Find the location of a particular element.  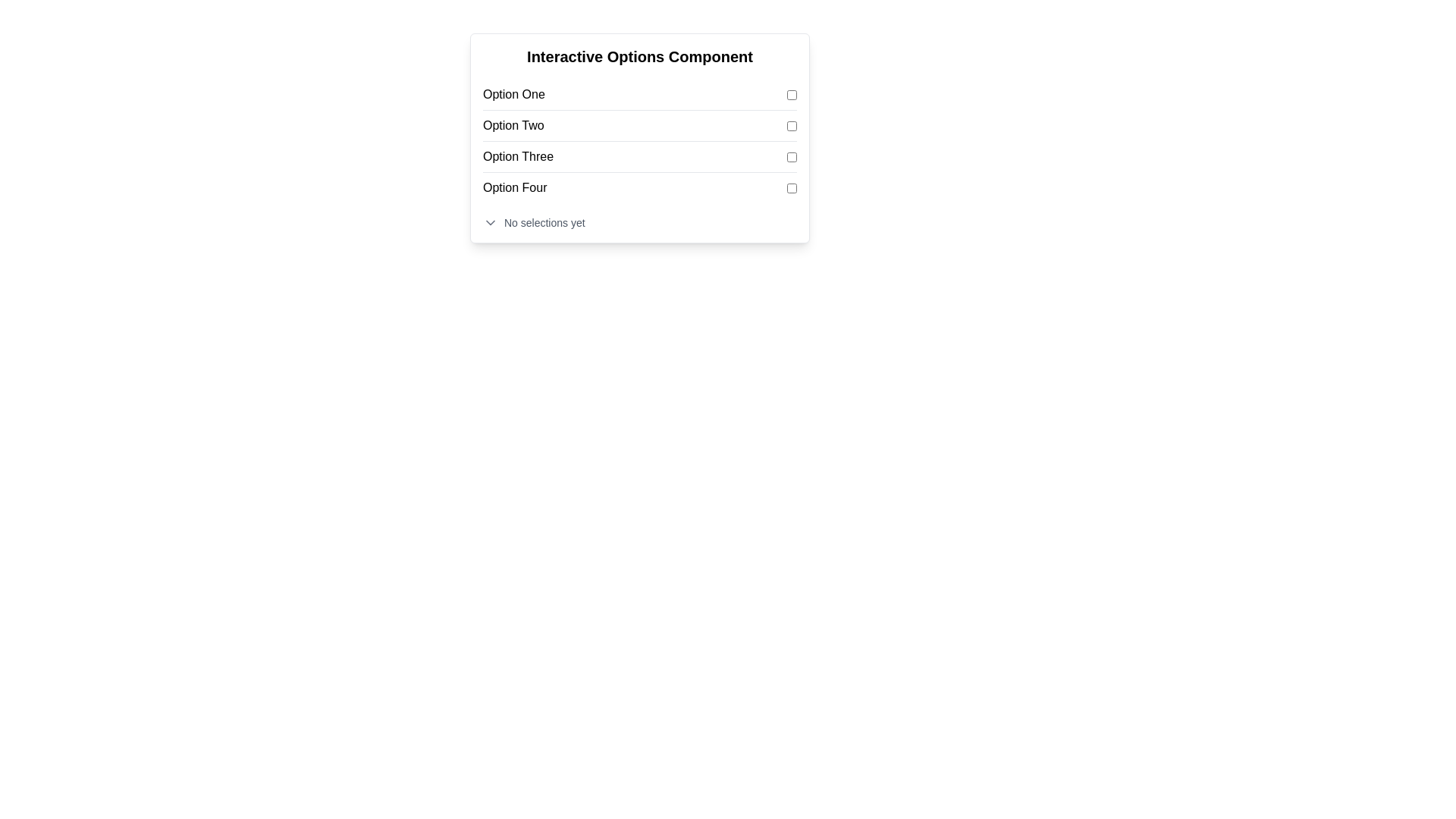

the label text display for the first option in the list, which is located at the top-left of the 'Interactive Options Component' and adjacent to its corresponding checkbox is located at coordinates (513, 94).